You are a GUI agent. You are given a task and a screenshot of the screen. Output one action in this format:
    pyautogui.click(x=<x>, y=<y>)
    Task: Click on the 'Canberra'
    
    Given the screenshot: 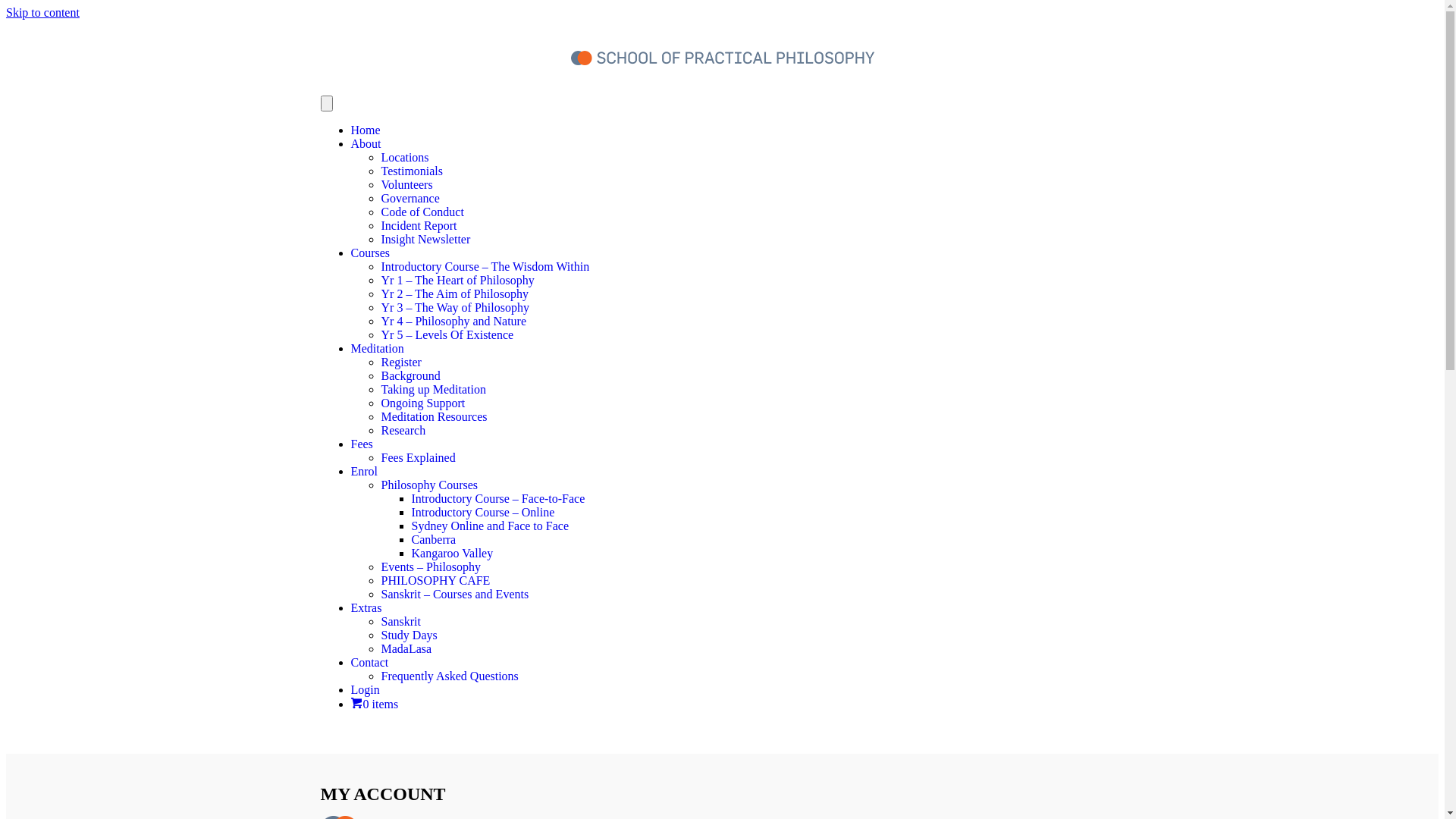 What is the action you would take?
    pyautogui.click(x=432, y=538)
    